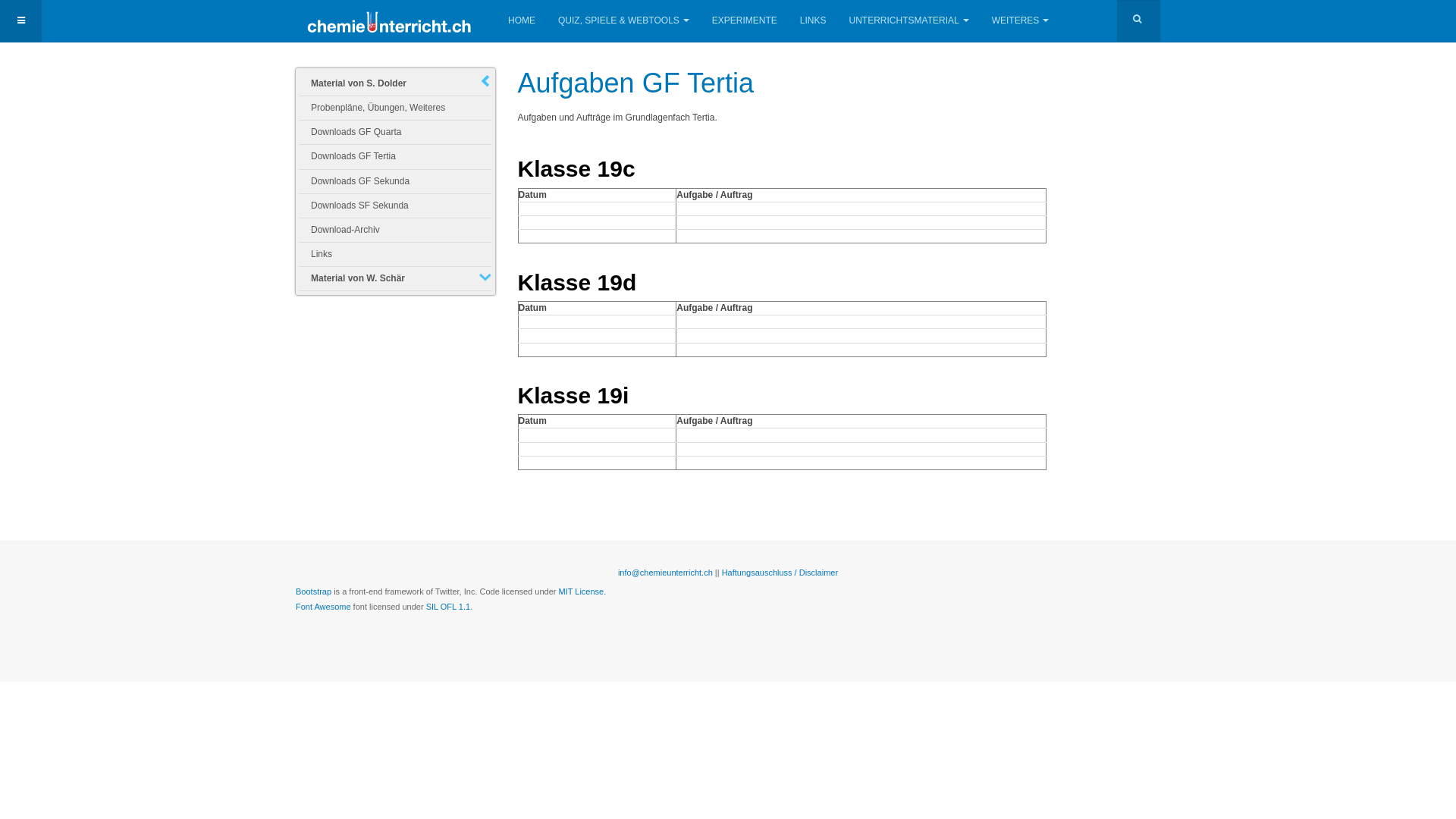 Image resolution: width=1456 pixels, height=819 pixels. What do you see at coordinates (635, 83) in the screenshot?
I see `'Aufgaben GF Tertia'` at bounding box center [635, 83].